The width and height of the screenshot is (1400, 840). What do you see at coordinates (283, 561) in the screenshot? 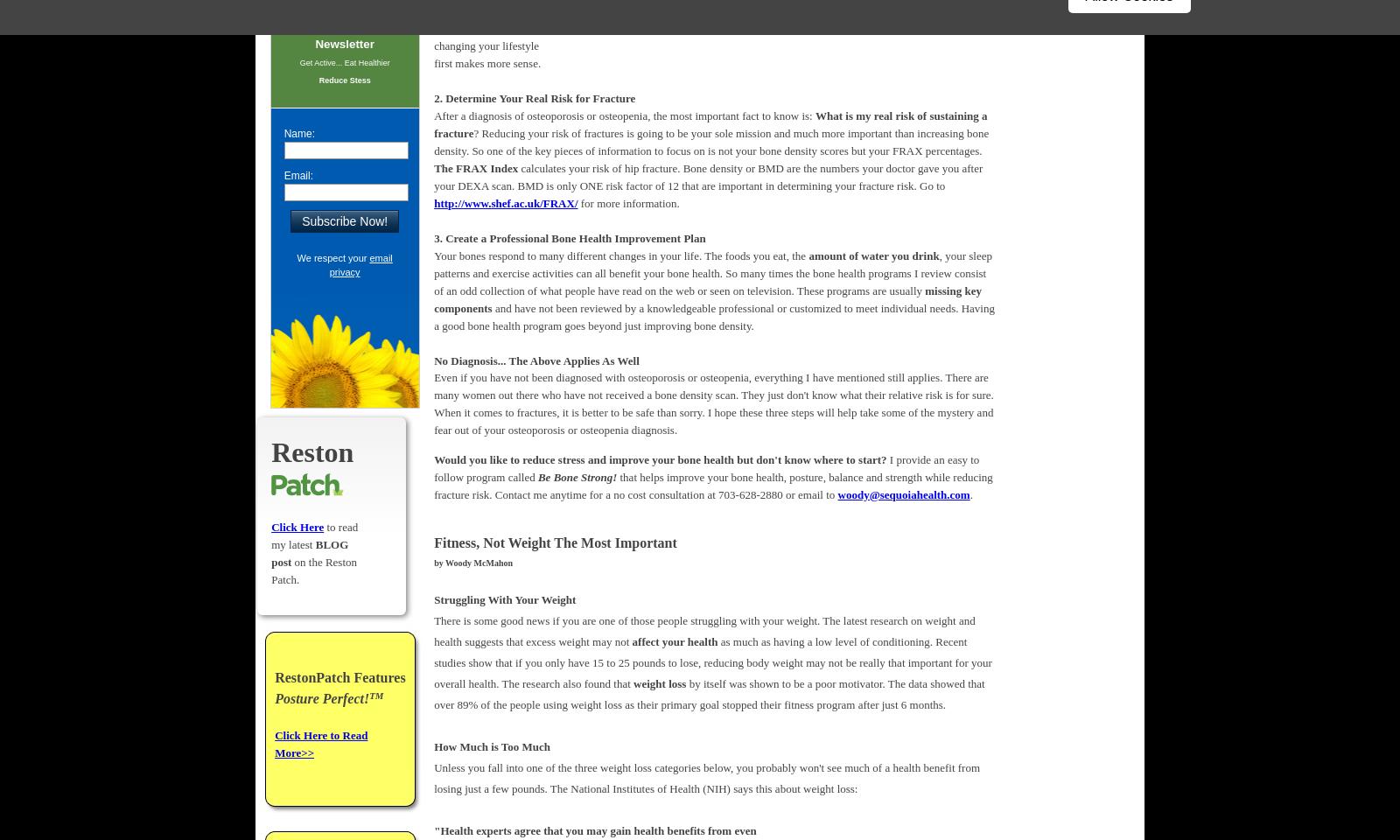
I see `'ost'` at bounding box center [283, 561].